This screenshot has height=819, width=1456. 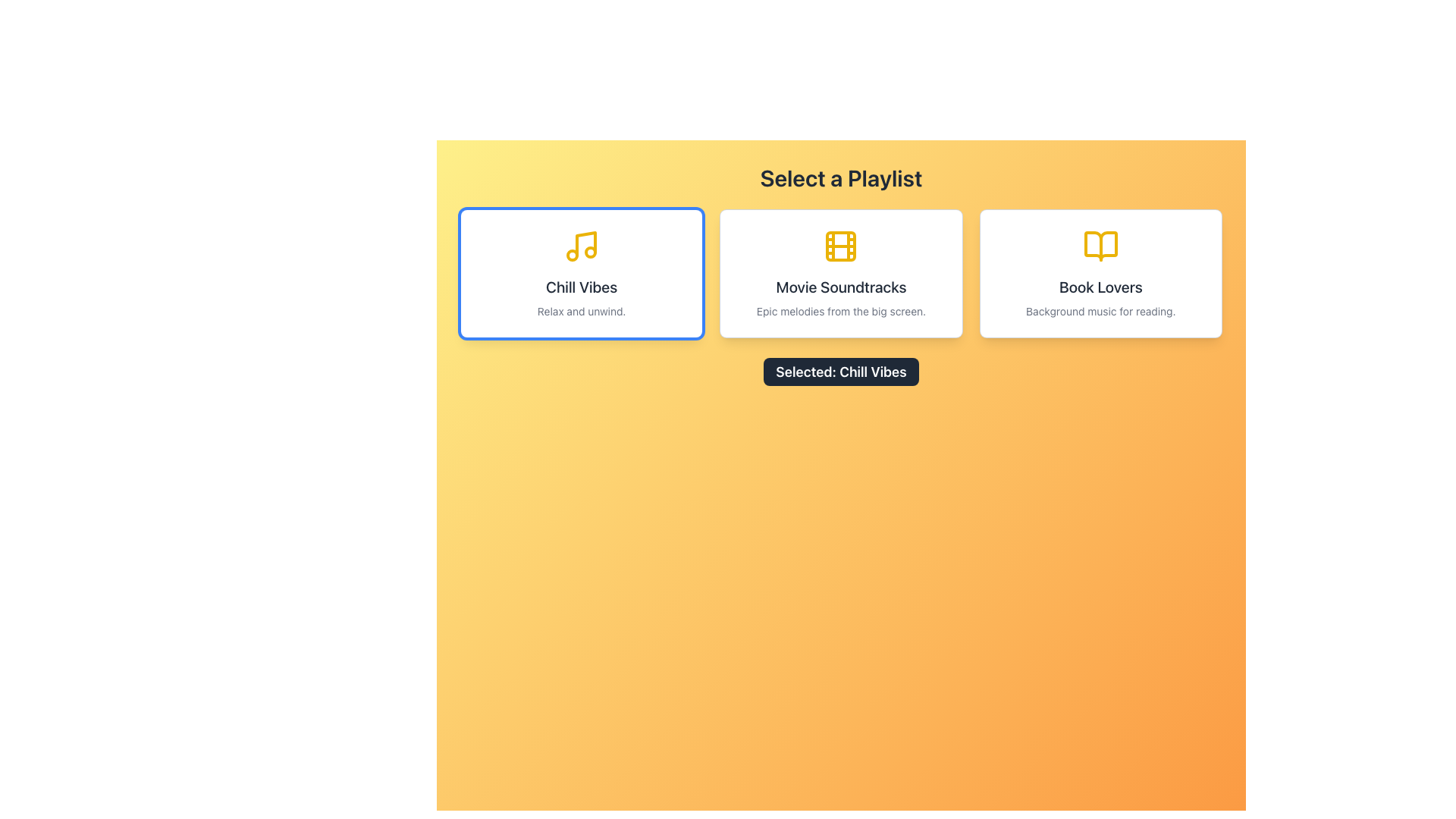 What do you see at coordinates (1100, 245) in the screenshot?
I see `the 'Book Lovers' playlist category icon located to the left of the text content within the 'Book Lovers' card` at bounding box center [1100, 245].